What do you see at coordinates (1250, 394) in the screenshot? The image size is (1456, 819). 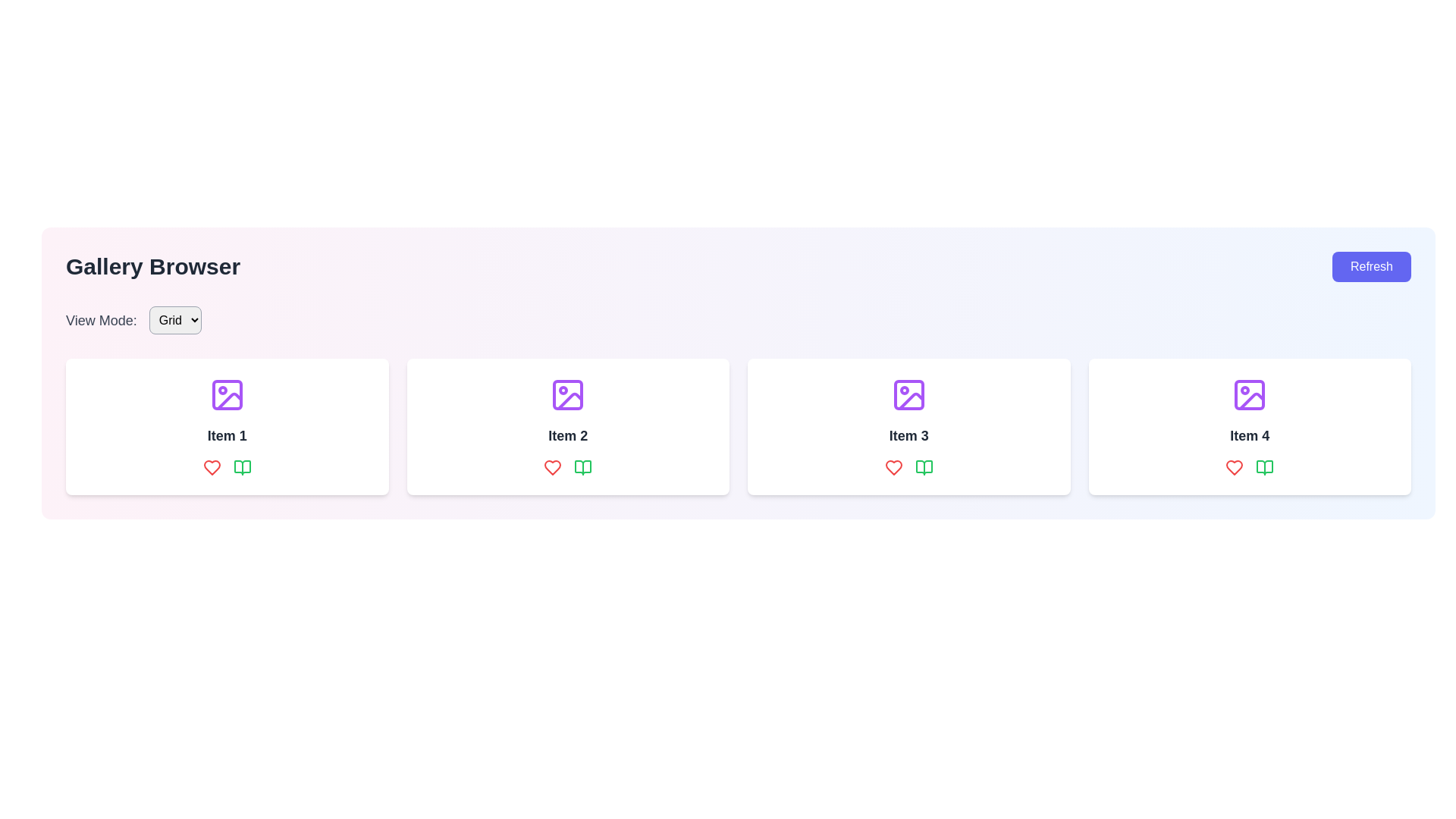 I see `rectangular graphical component that enhances the visual representation of the purple image icon, located at the center of the fourth gallery item card for debugging purposes` at bounding box center [1250, 394].